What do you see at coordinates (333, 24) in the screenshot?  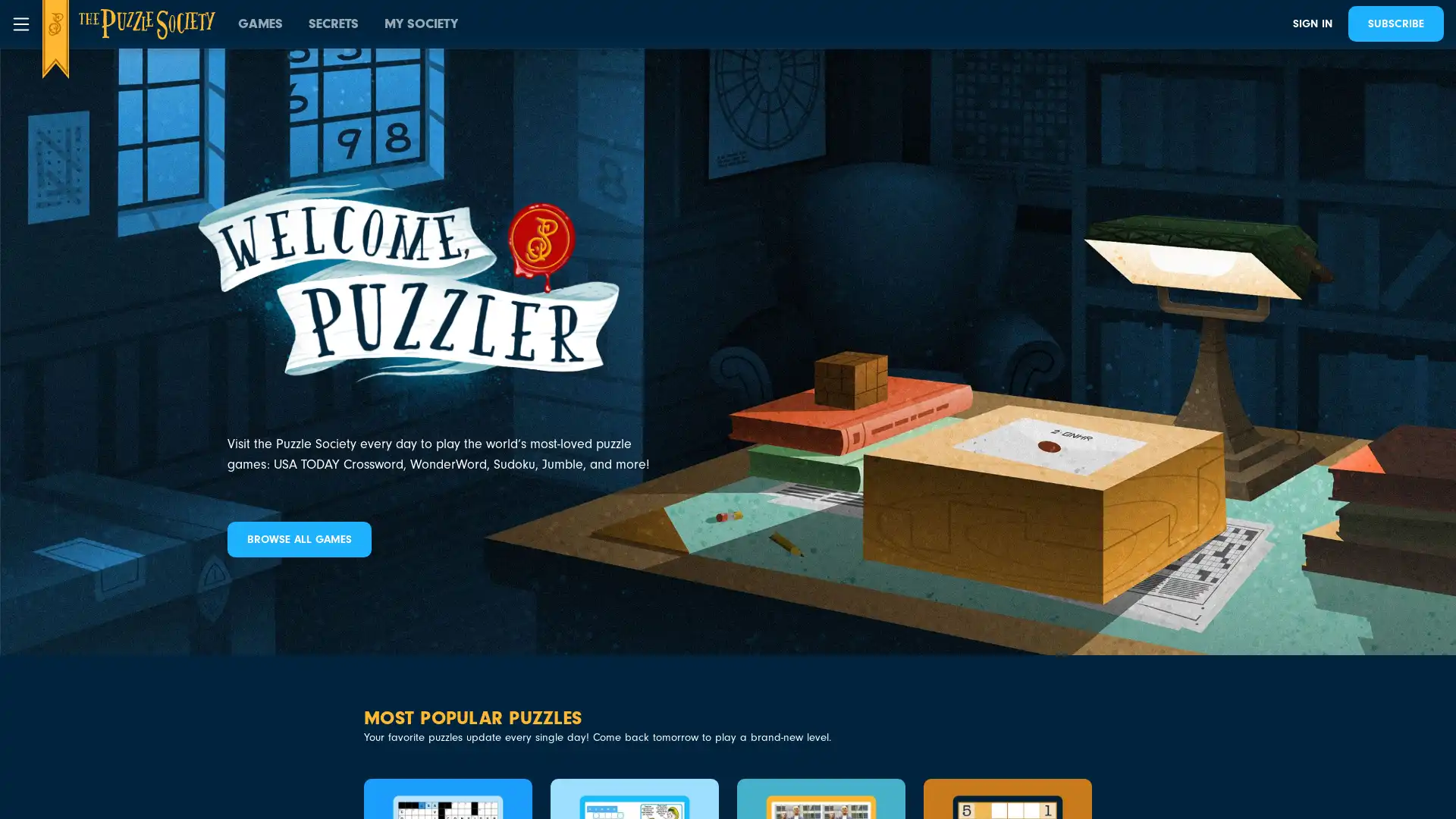 I see `SECRETS` at bounding box center [333, 24].